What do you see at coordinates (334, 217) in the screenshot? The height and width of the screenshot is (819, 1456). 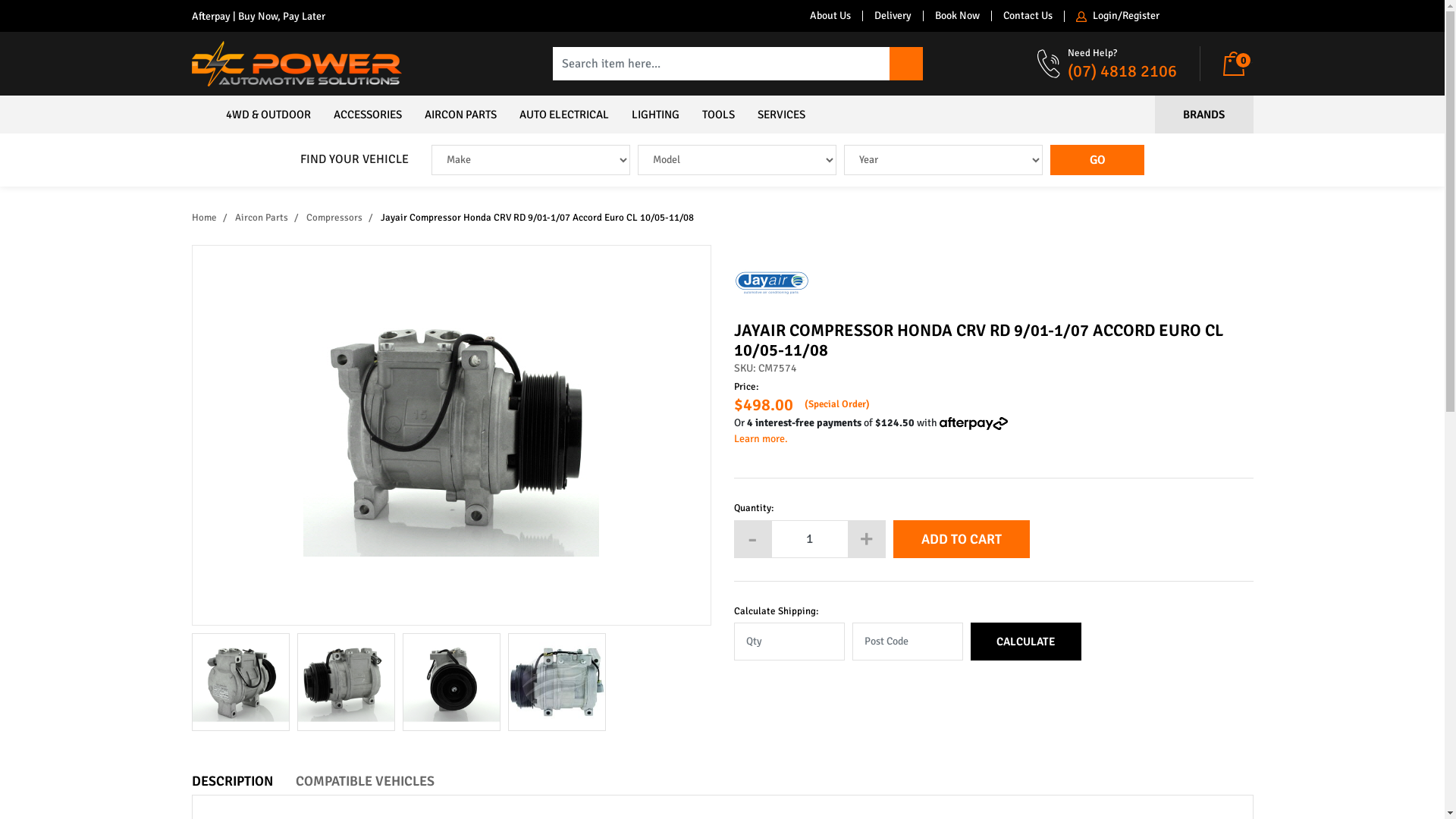 I see `'Compressors'` at bounding box center [334, 217].